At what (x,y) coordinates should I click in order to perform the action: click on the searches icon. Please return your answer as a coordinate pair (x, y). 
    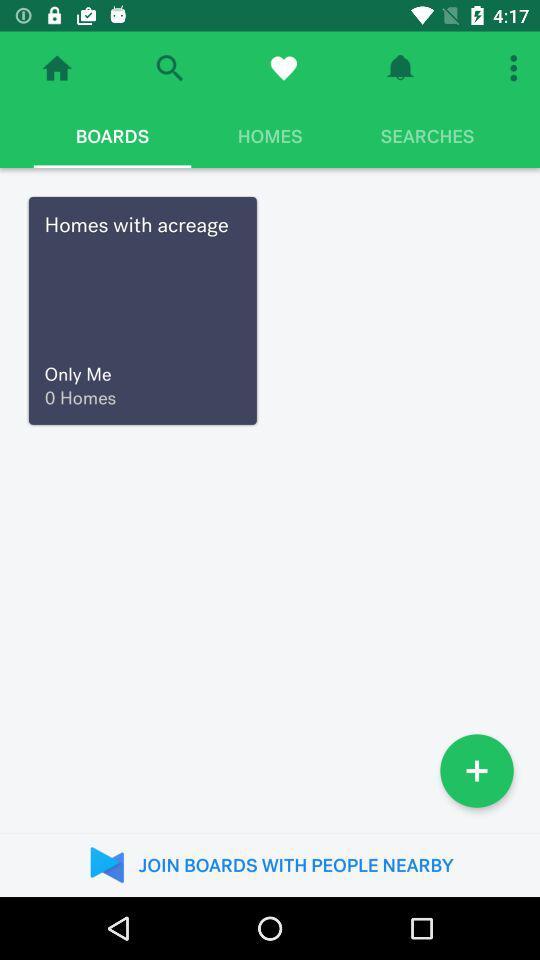
    Looking at the image, I should click on (426, 135).